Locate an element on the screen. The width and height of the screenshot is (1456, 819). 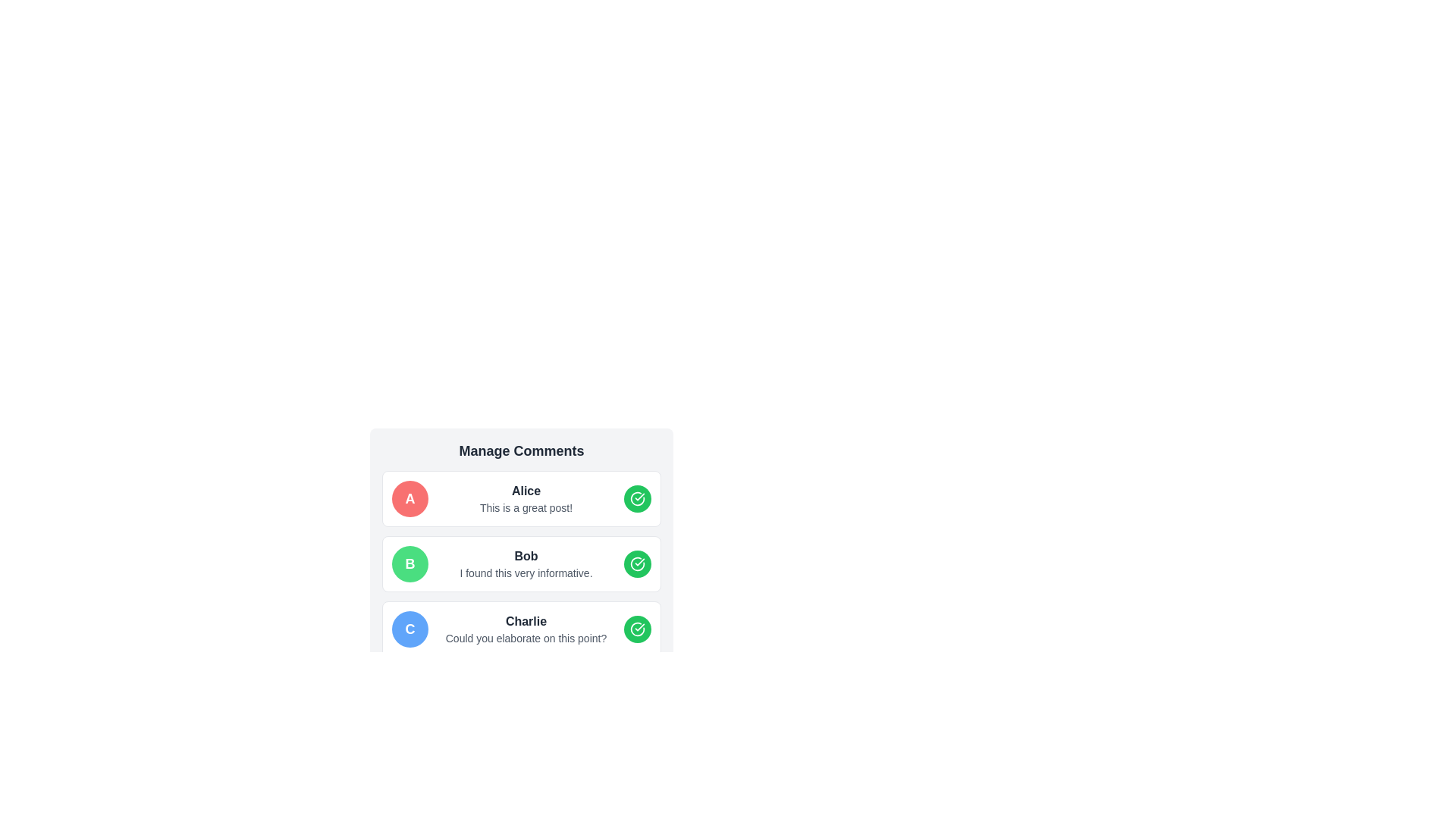
the second checkmark icon indicating that Bob's comment has been approved is located at coordinates (637, 629).